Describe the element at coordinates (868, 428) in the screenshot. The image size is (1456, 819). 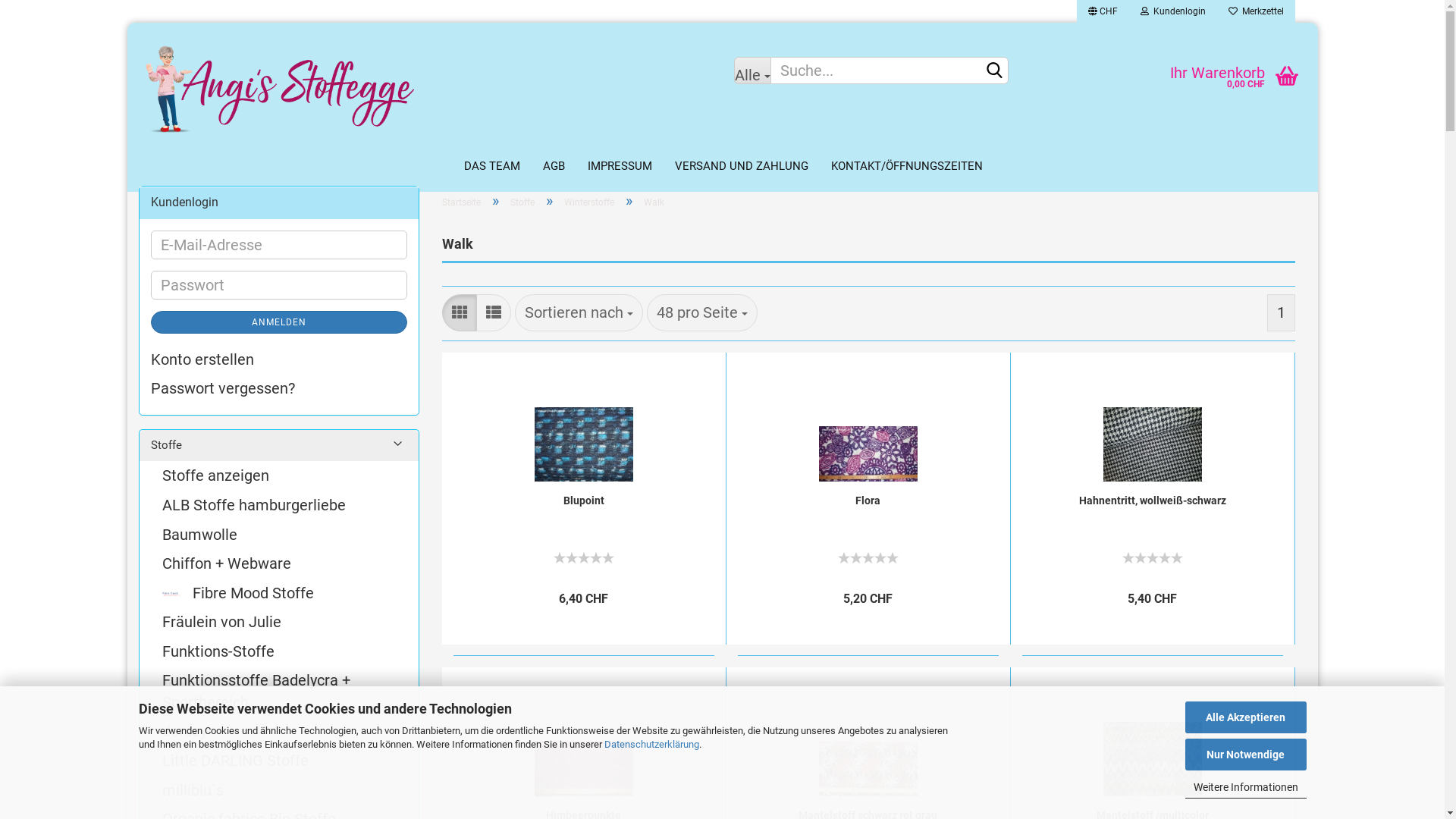
I see `'Flora'` at that location.